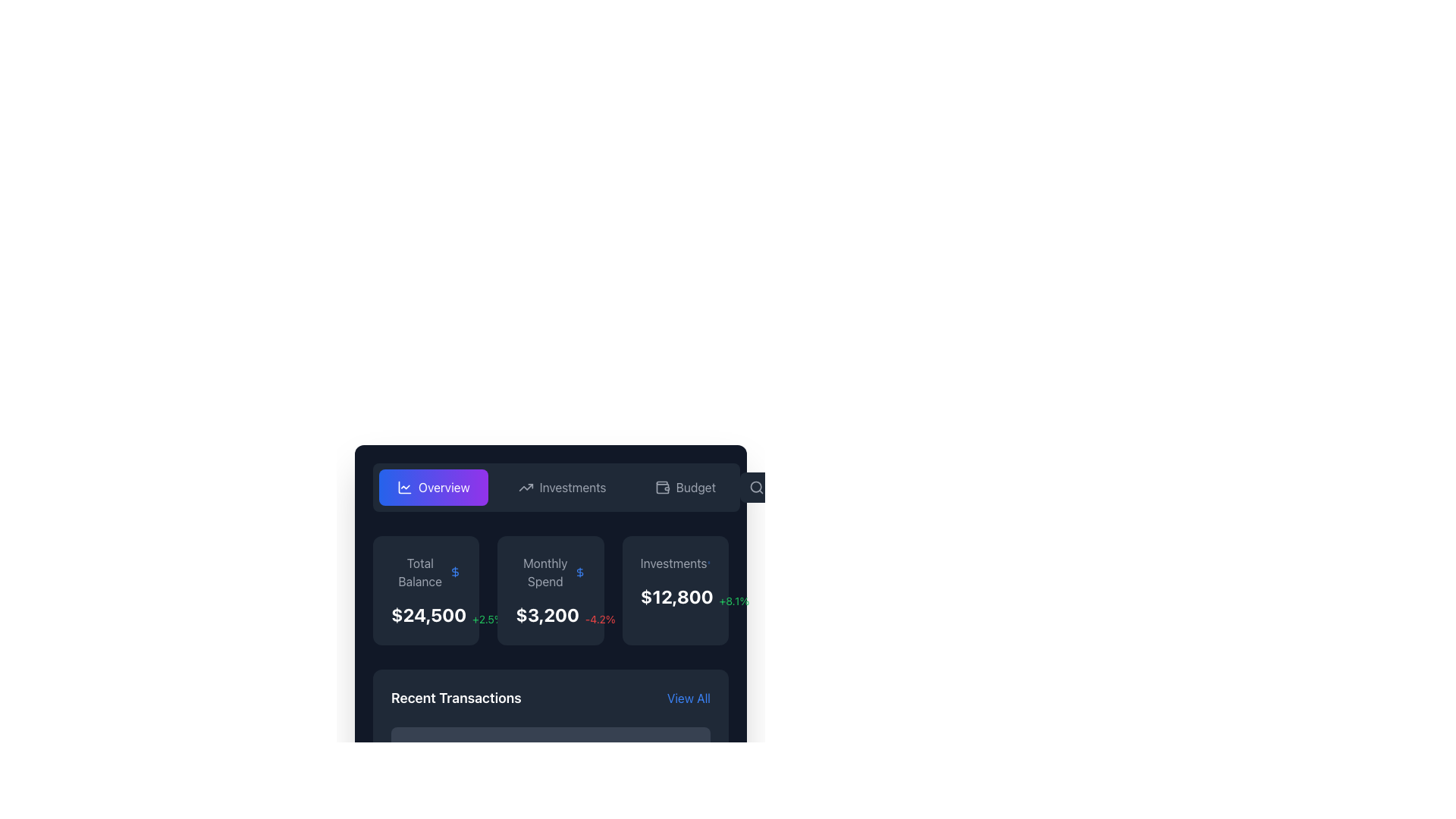 The height and width of the screenshot is (819, 1456). I want to click on the static text label indicating monthly spending, which is positioned at the top center of the second card in a horizontally aligned group of cards with a dark background, so click(550, 573).